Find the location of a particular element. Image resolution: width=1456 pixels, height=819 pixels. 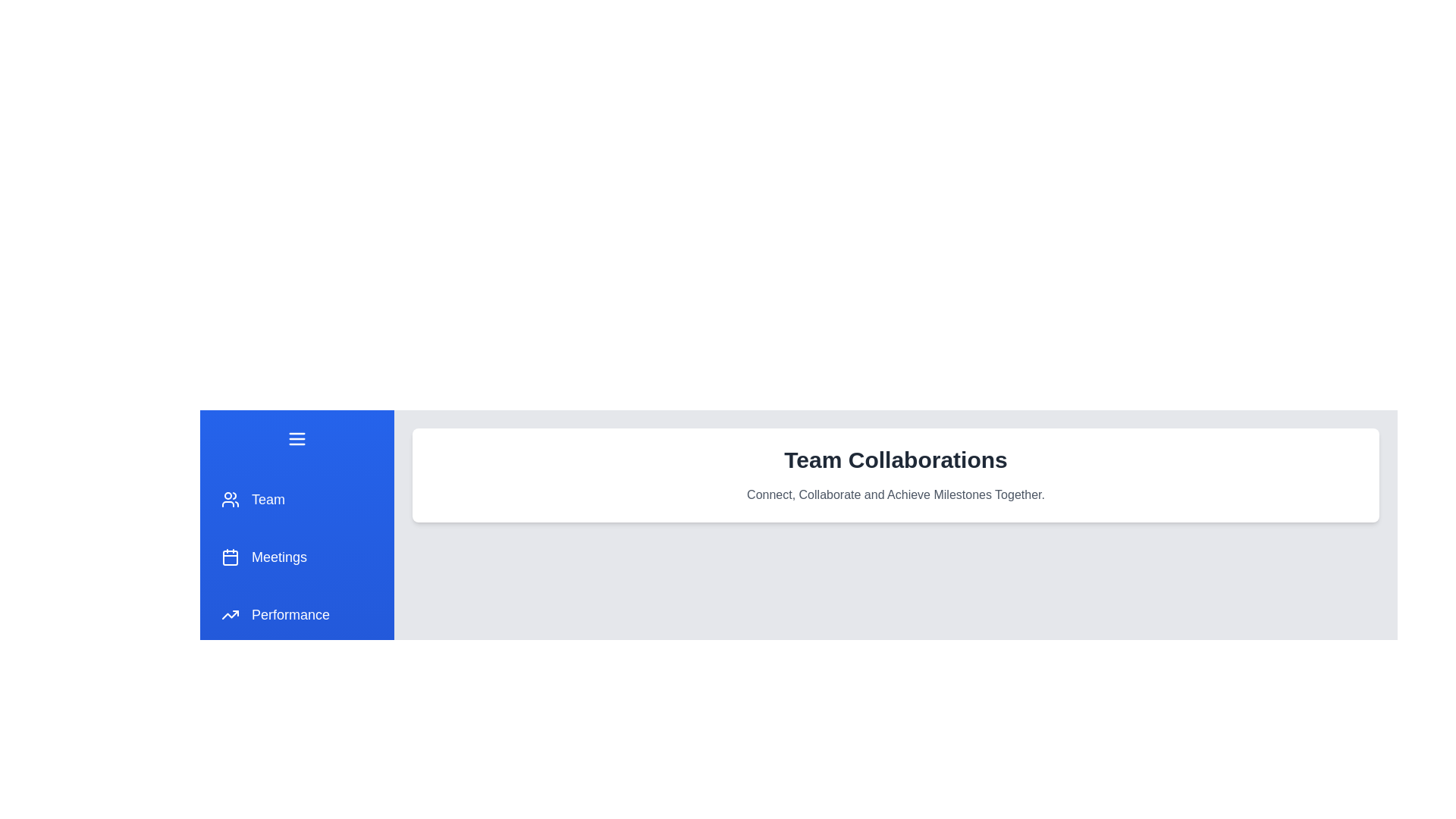

menu button to toggle the drawer is located at coordinates (297, 438).